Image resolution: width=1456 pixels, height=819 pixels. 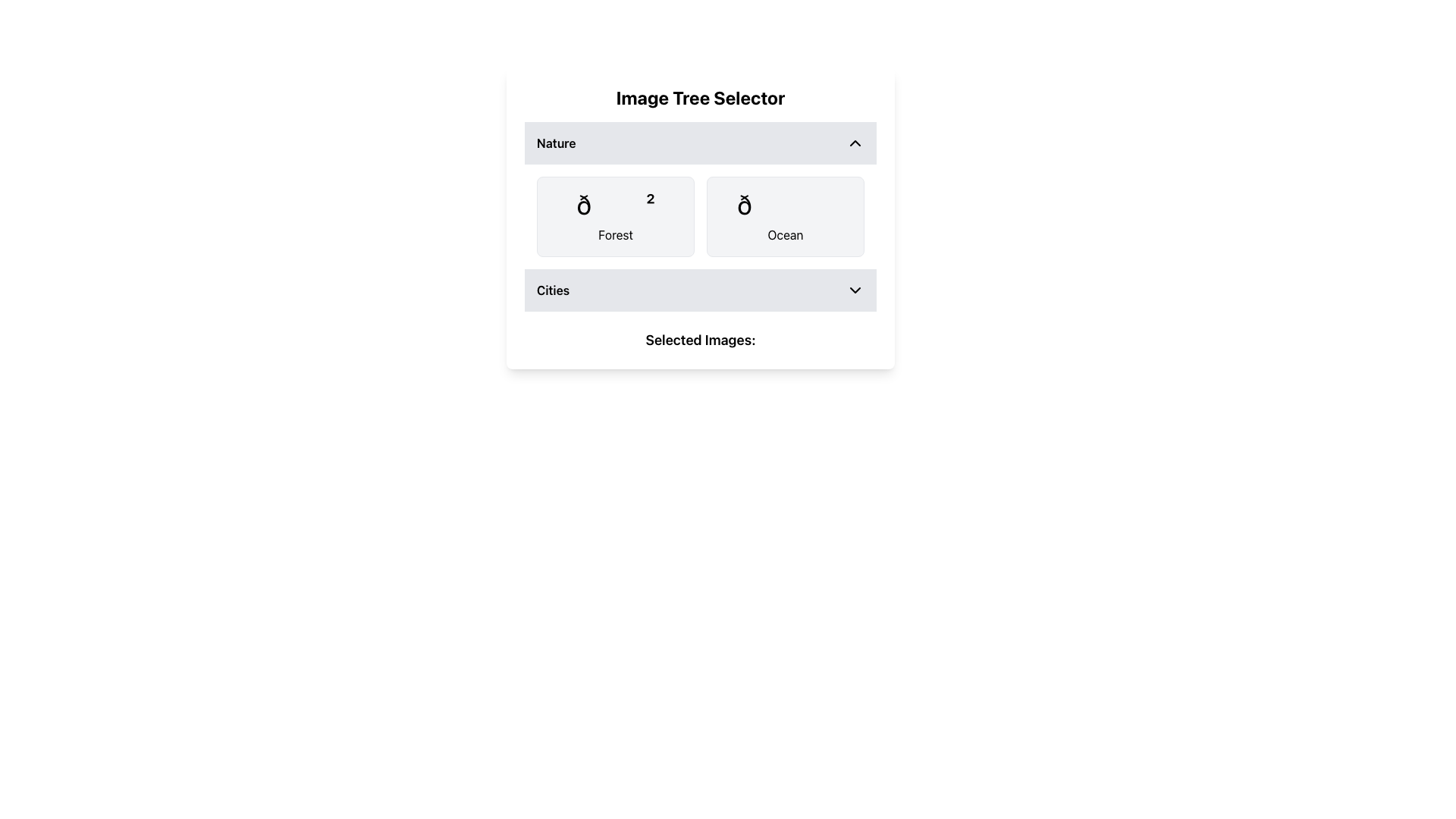 What do you see at coordinates (855, 290) in the screenshot?
I see `the Dropdown Indicator (Chevron Icon) positioned to the far-right side of the 'Cities' row to potentially display a tooltip` at bounding box center [855, 290].